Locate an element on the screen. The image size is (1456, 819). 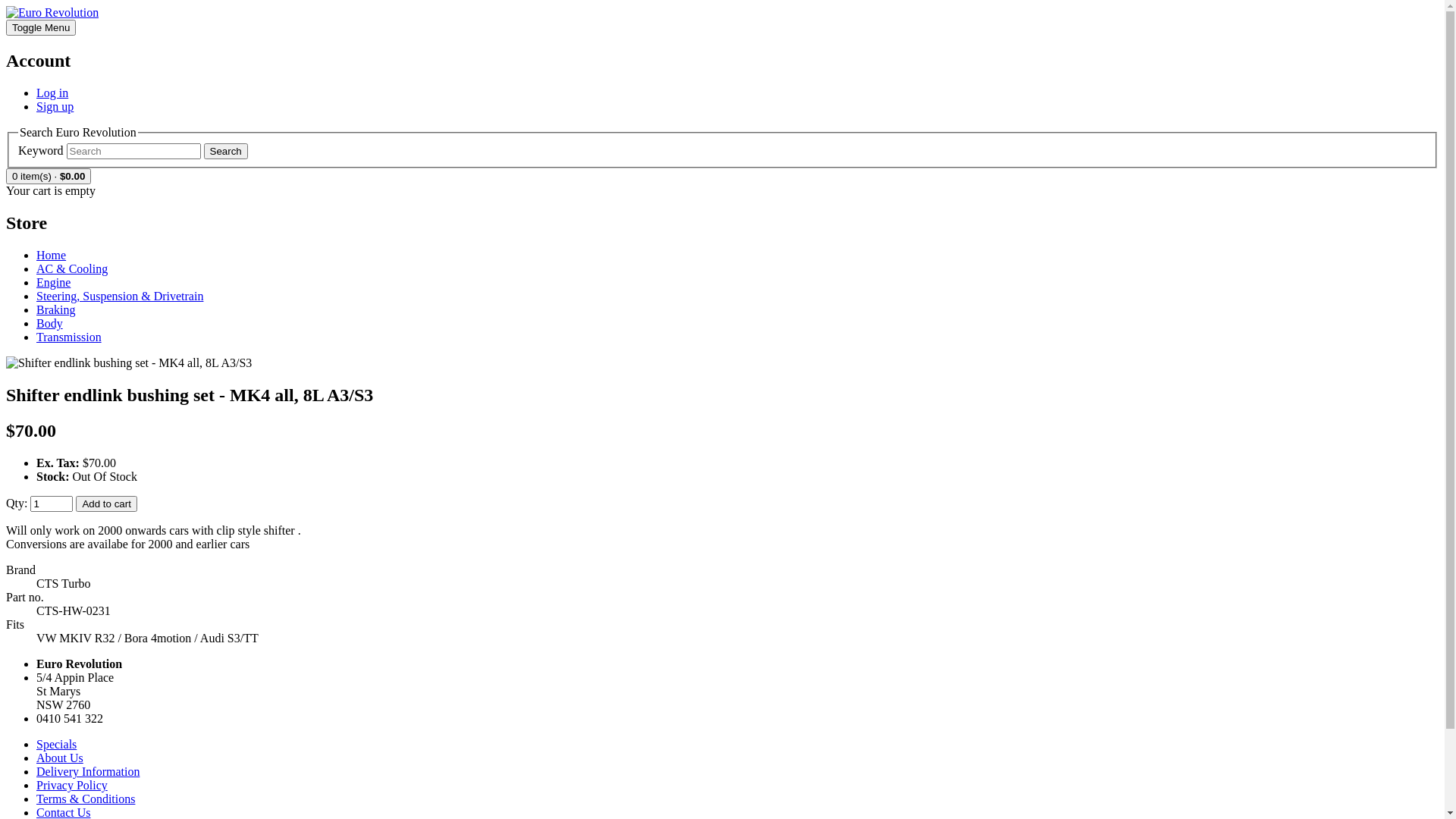
'Engine' is located at coordinates (53, 282).